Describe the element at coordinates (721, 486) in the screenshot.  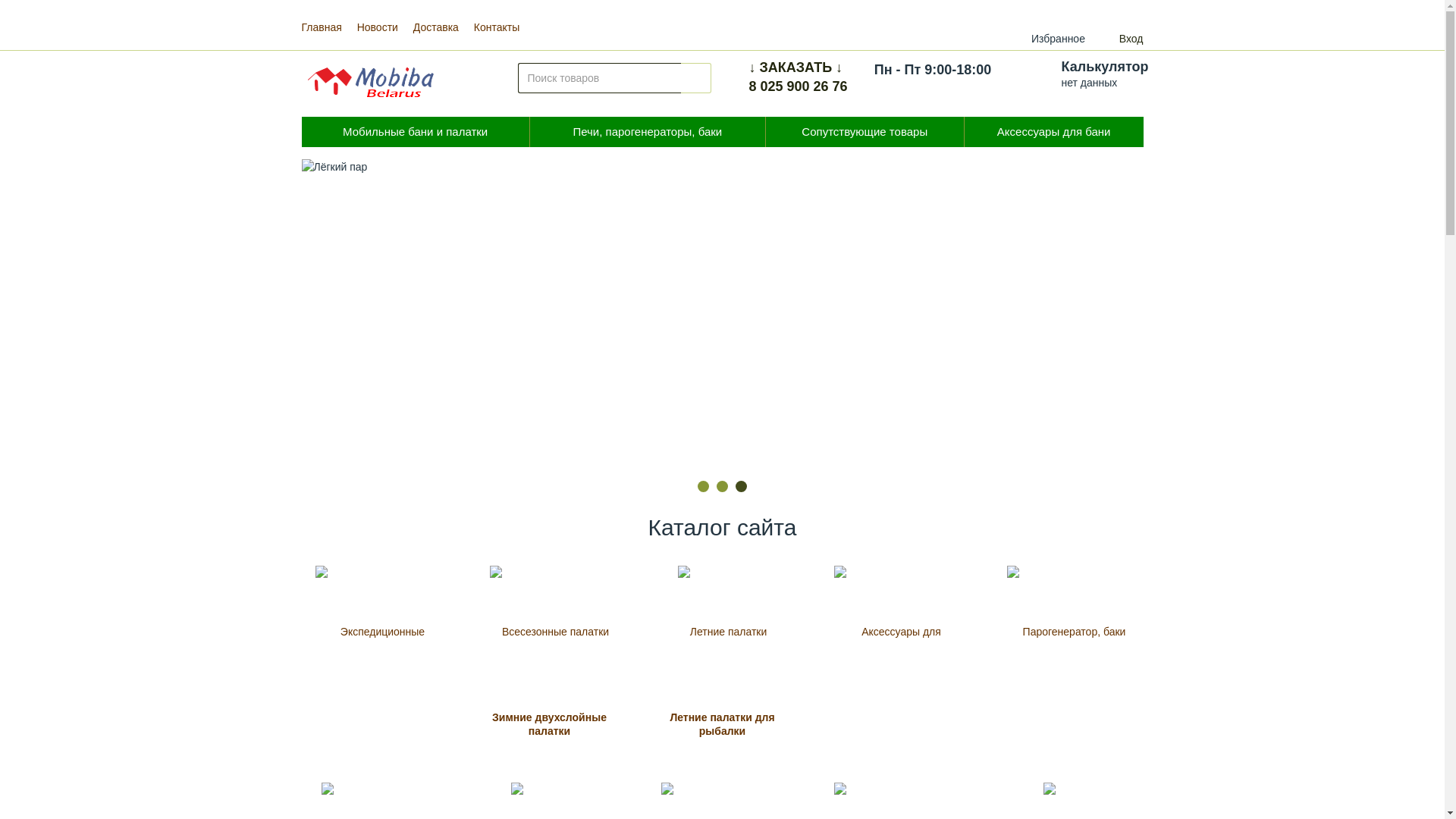
I see `'2'` at that location.